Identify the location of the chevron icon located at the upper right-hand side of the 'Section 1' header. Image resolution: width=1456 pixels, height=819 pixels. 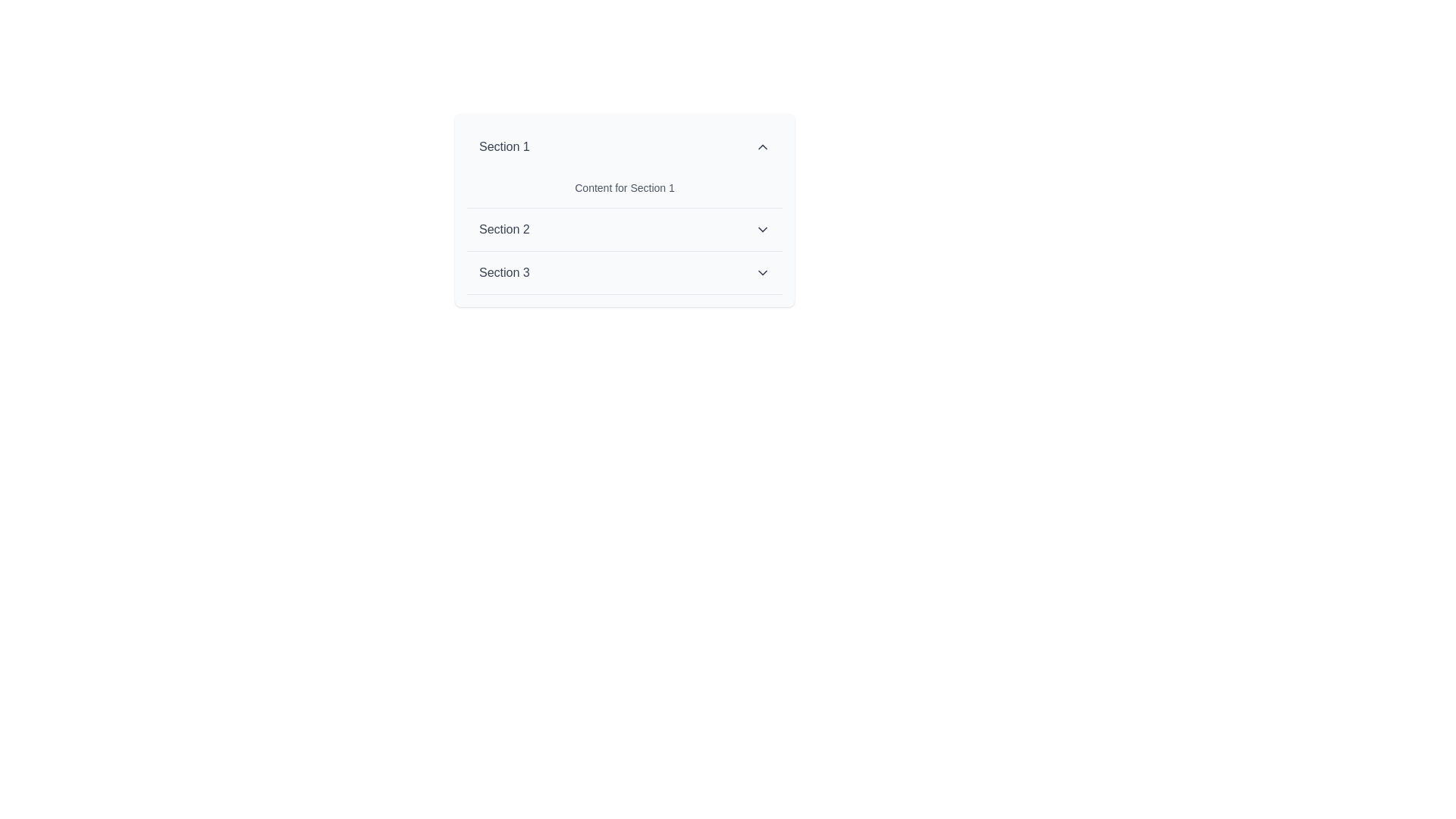
(763, 146).